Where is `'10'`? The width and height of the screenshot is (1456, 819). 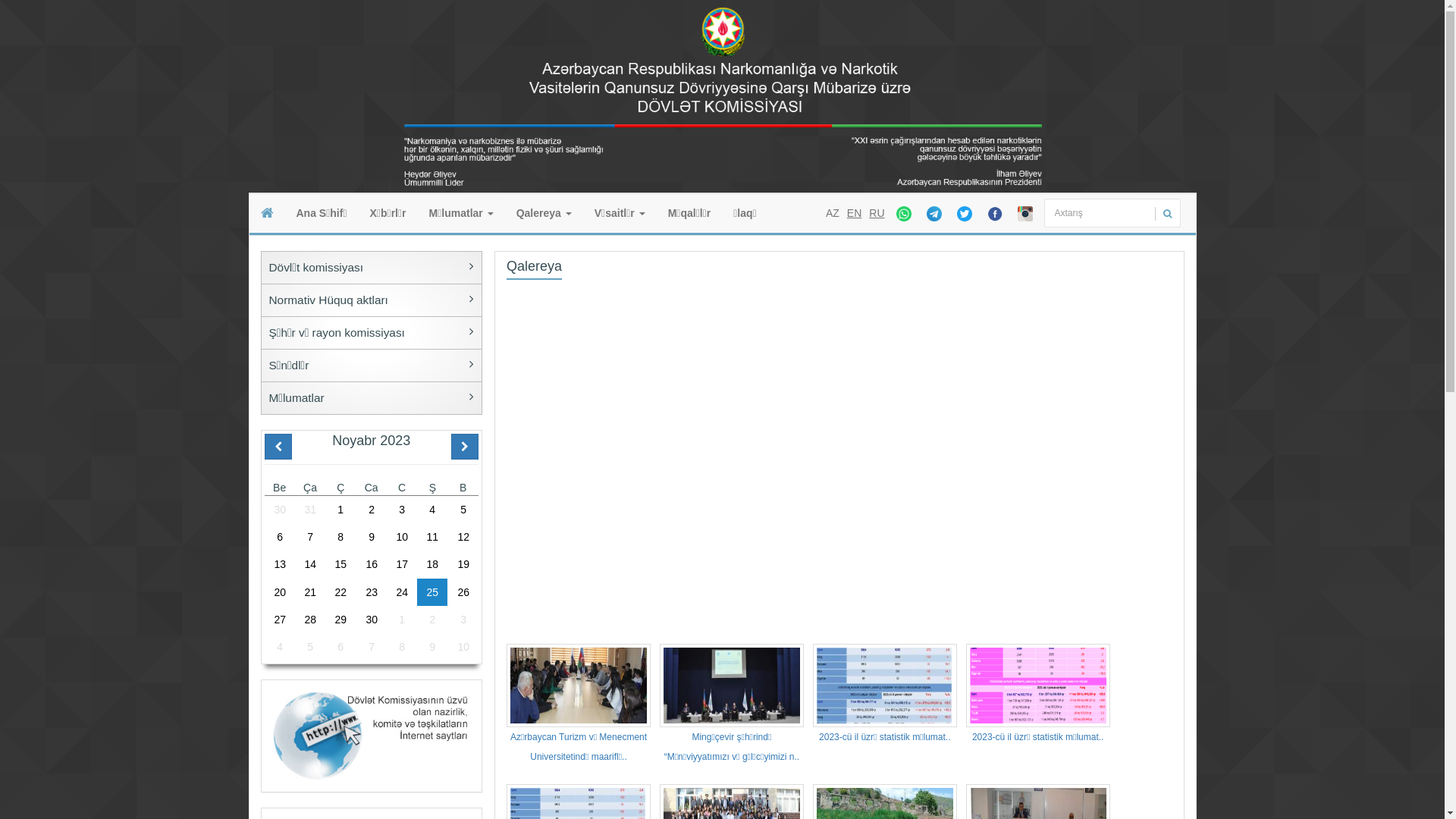 '10' is located at coordinates (462, 646).